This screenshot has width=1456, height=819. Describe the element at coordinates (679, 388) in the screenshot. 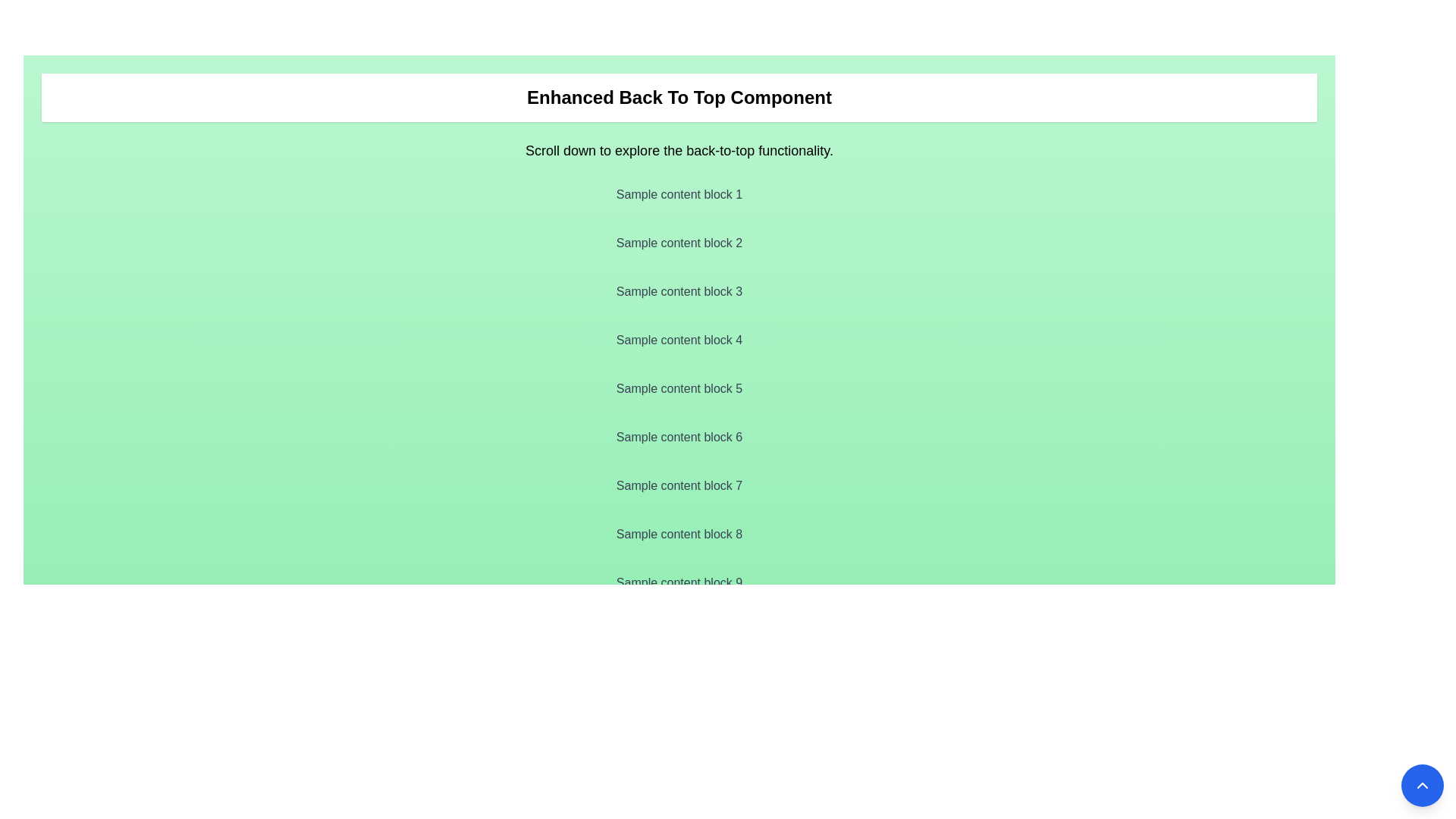

I see `the text block displaying 'Sample content block 5', which is styled with light gray text on a light green background, positioned in a vertical list of text blocks` at that location.